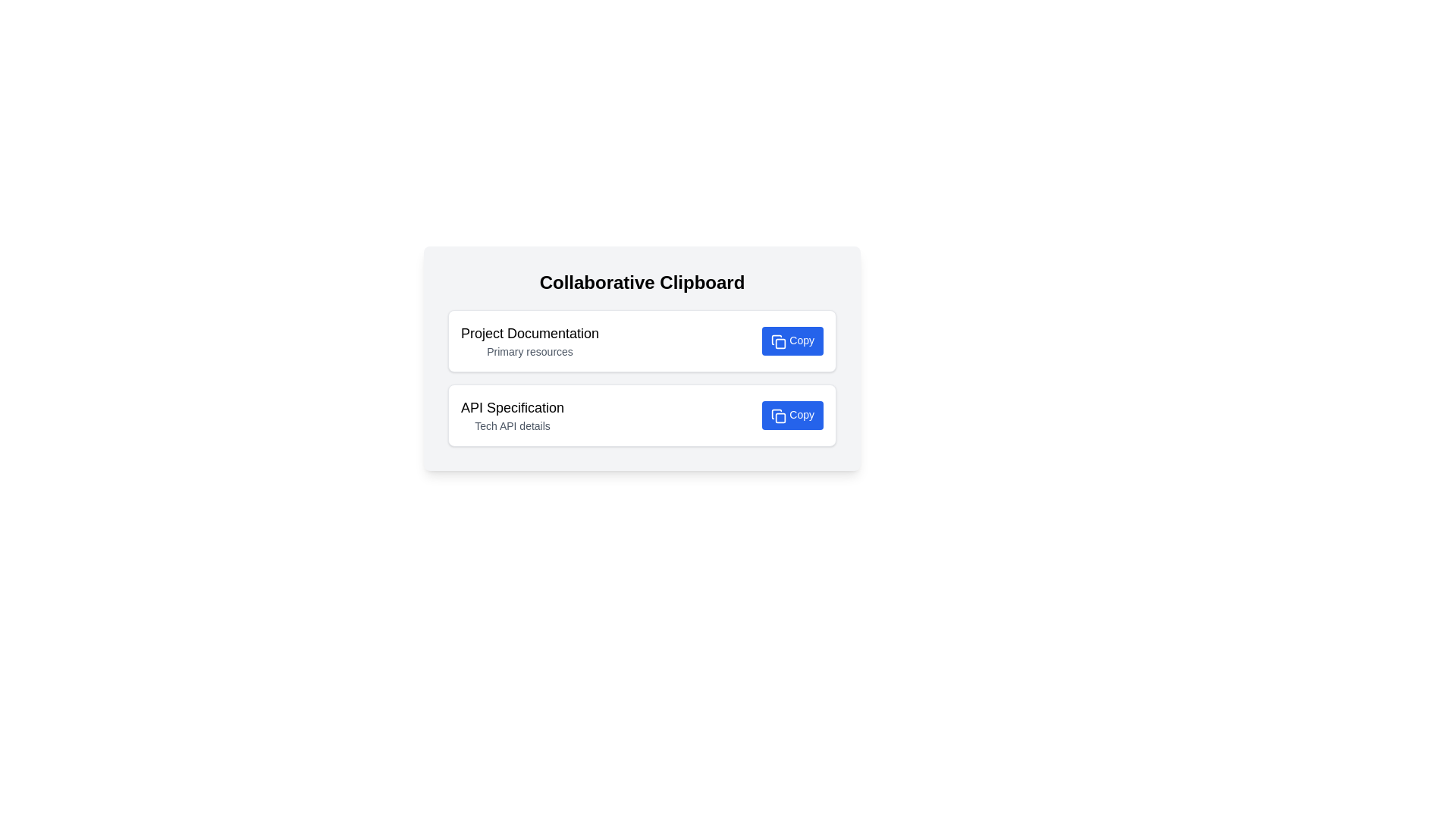  What do you see at coordinates (779, 341) in the screenshot?
I see `the clipboard icon within the 'Copy' button, which is a minimalistic blue icon resembling stacked squares` at bounding box center [779, 341].